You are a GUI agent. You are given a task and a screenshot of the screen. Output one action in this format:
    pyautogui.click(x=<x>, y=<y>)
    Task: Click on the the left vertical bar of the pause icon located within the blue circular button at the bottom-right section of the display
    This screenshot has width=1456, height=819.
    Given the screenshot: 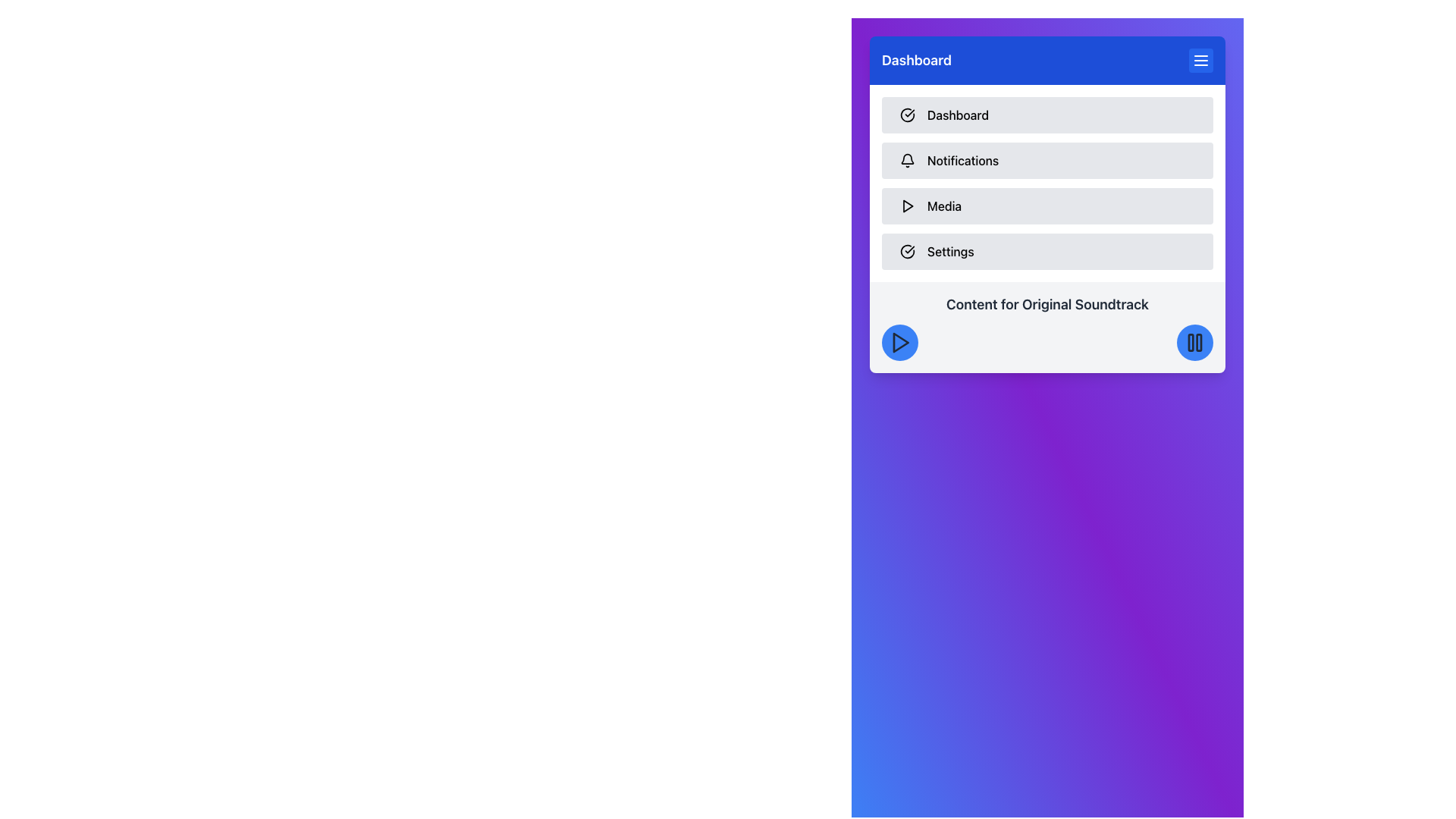 What is the action you would take?
    pyautogui.click(x=1190, y=342)
    